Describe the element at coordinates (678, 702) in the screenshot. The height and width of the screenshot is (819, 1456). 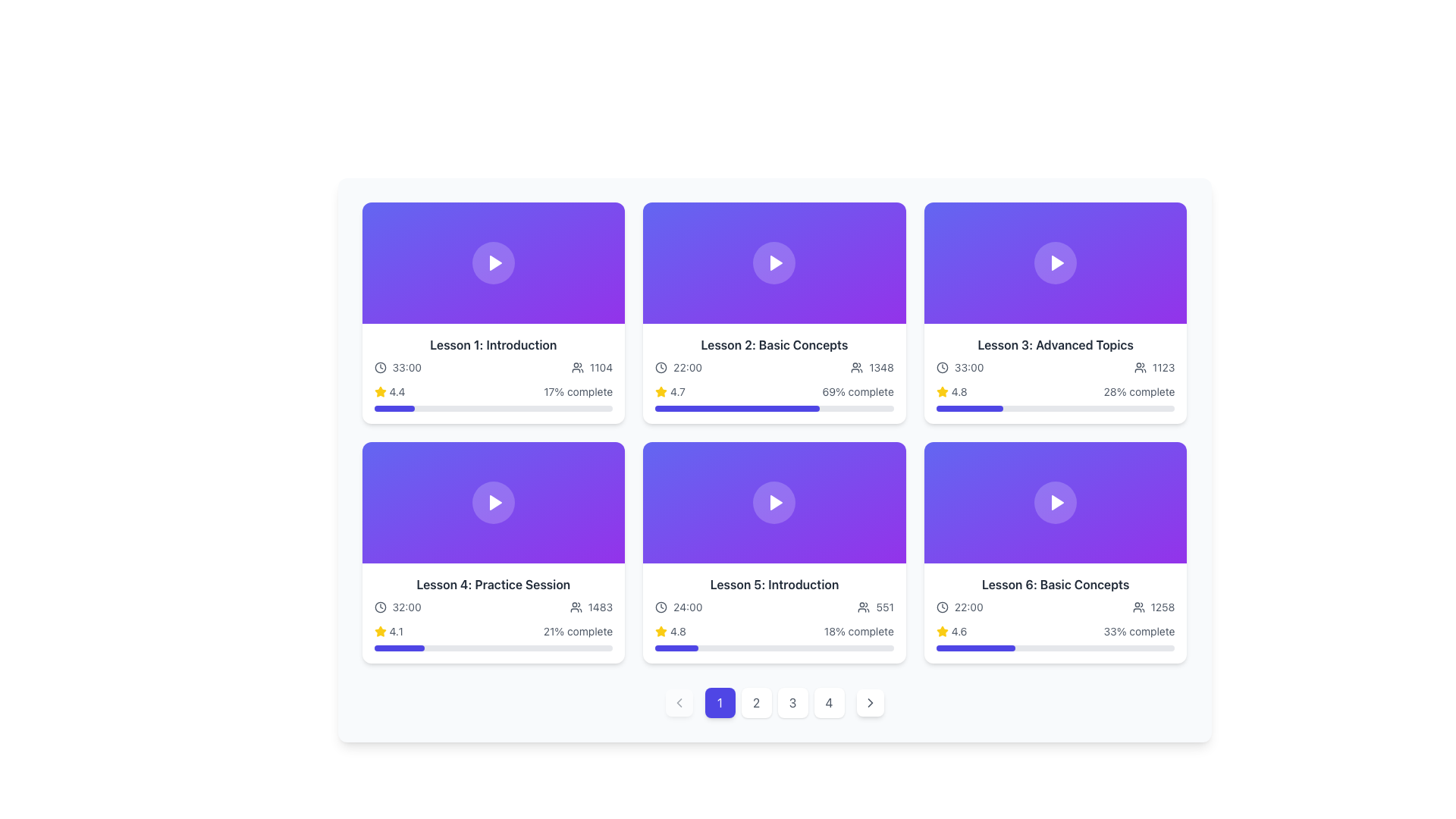
I see `the left-facing chevron icon located at the bottom navigation bar, which is the leftmost icon among the navigation controls` at that location.